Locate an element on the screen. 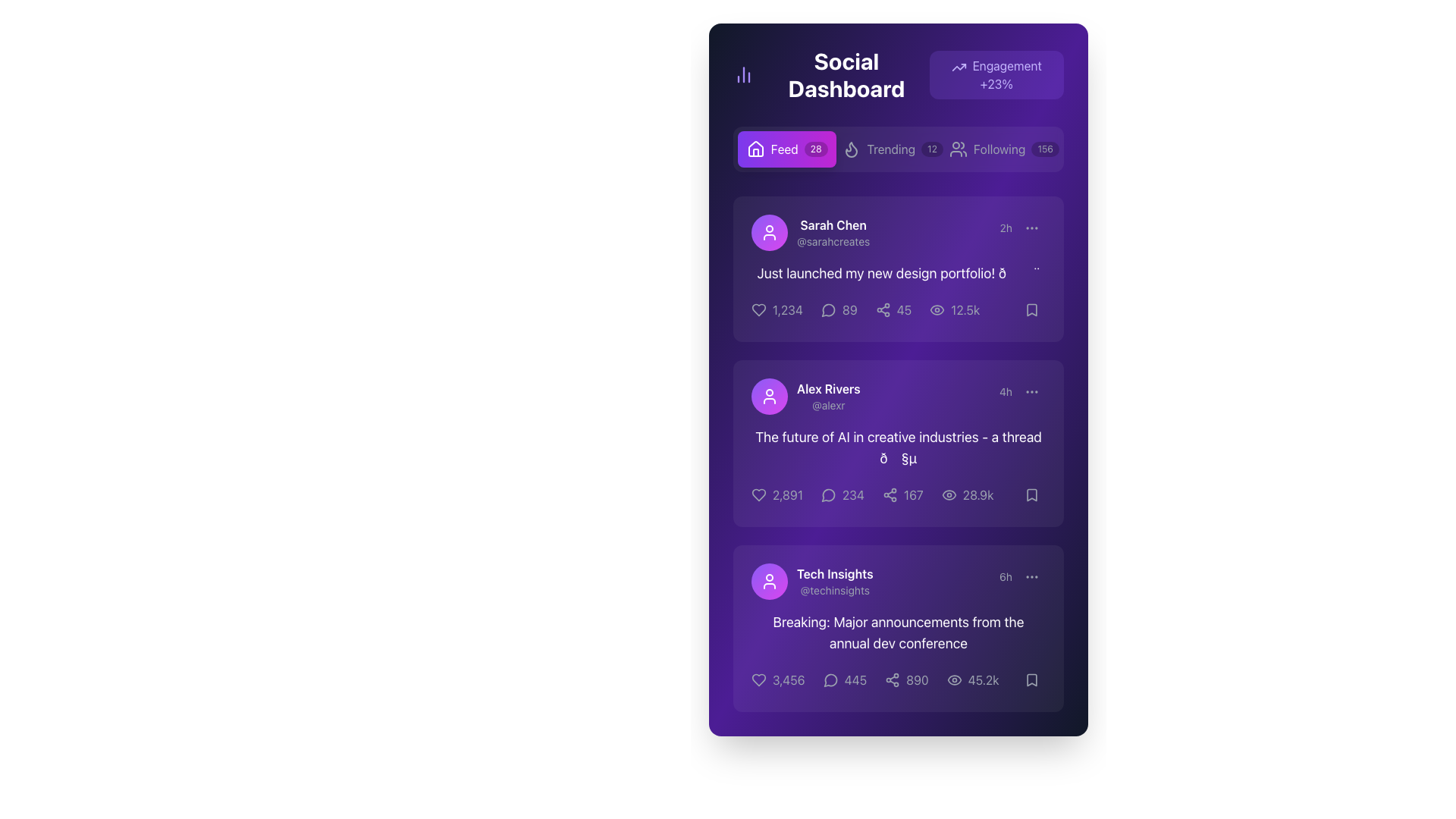  the comment count text located at the bottom of the 'Tech Insights' post card is located at coordinates (855, 679).